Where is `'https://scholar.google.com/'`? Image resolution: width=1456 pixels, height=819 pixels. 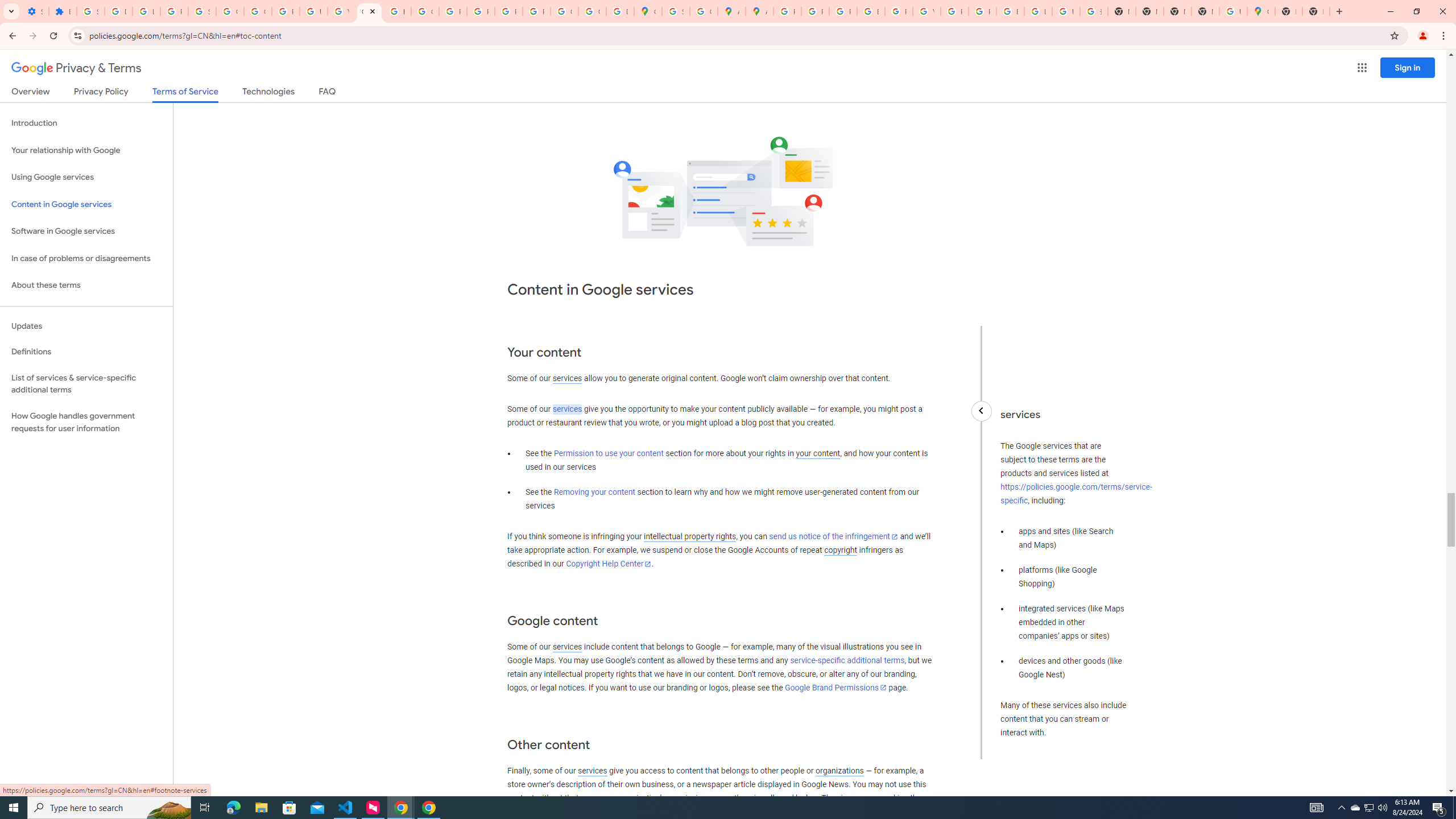 'https://scholar.google.com/' is located at coordinates (396, 11).